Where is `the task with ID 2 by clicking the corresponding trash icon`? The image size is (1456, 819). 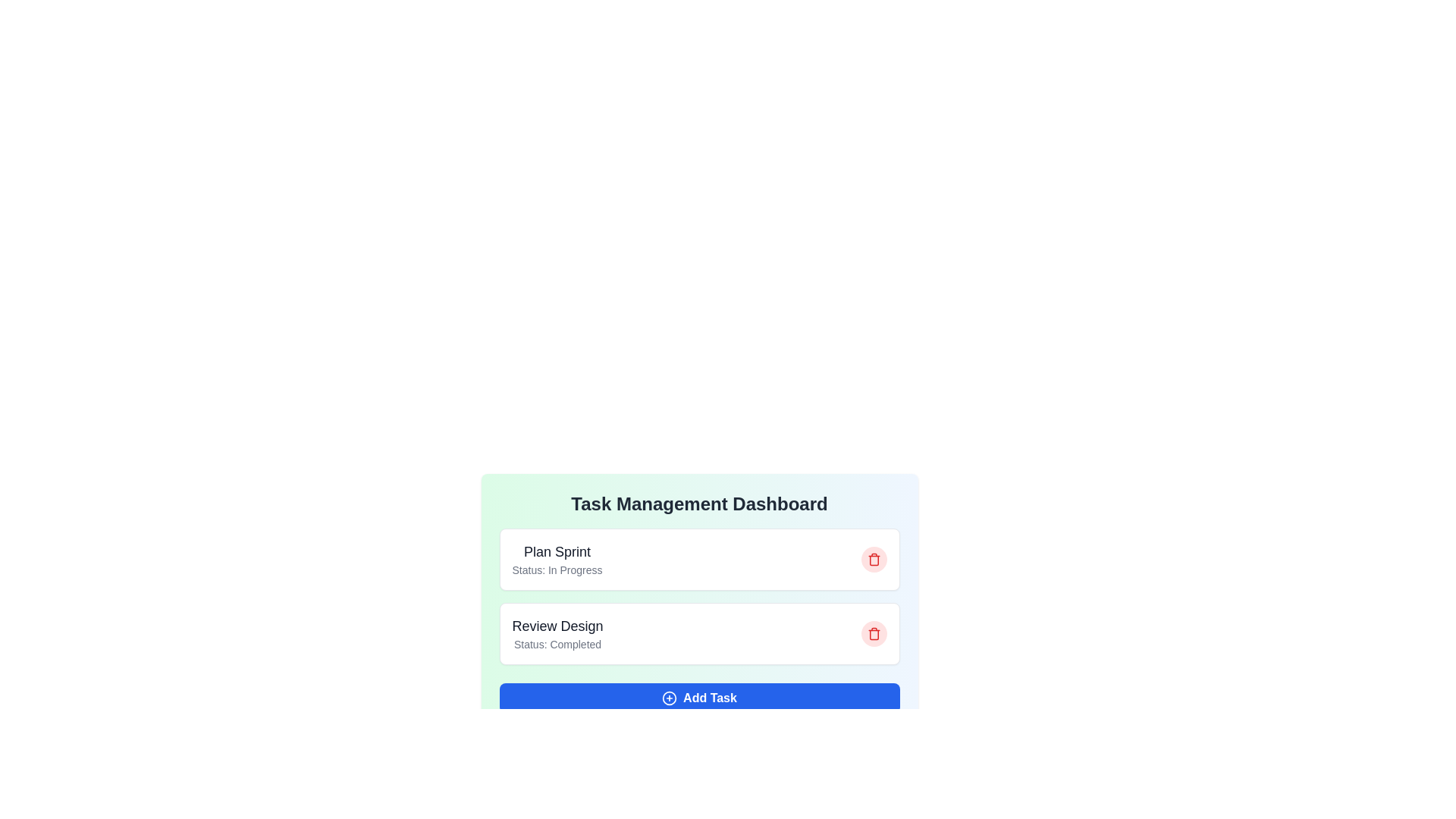 the task with ID 2 by clicking the corresponding trash icon is located at coordinates (874, 634).